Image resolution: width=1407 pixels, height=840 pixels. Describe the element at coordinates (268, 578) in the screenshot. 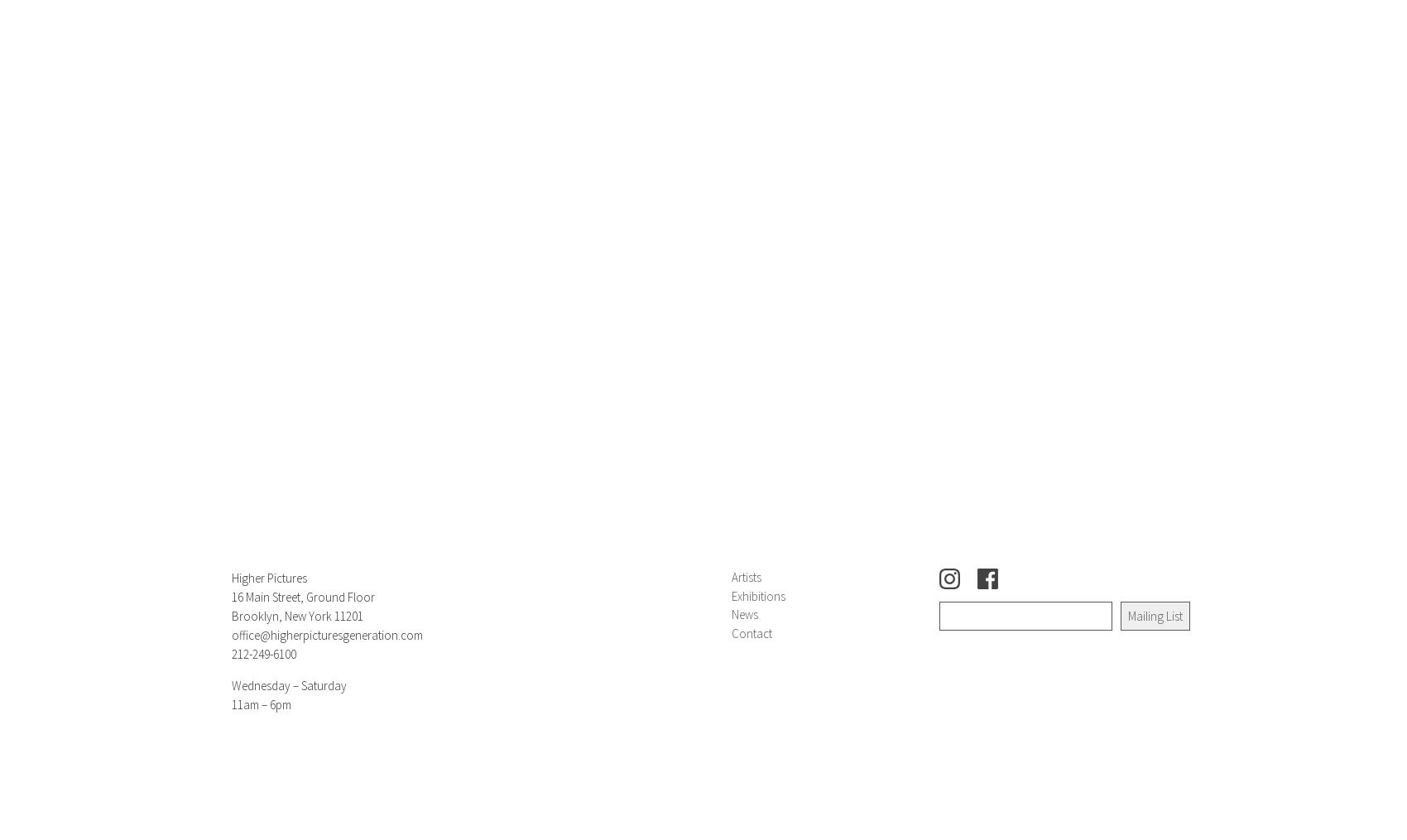

I see `'Higher Pictures'` at that location.